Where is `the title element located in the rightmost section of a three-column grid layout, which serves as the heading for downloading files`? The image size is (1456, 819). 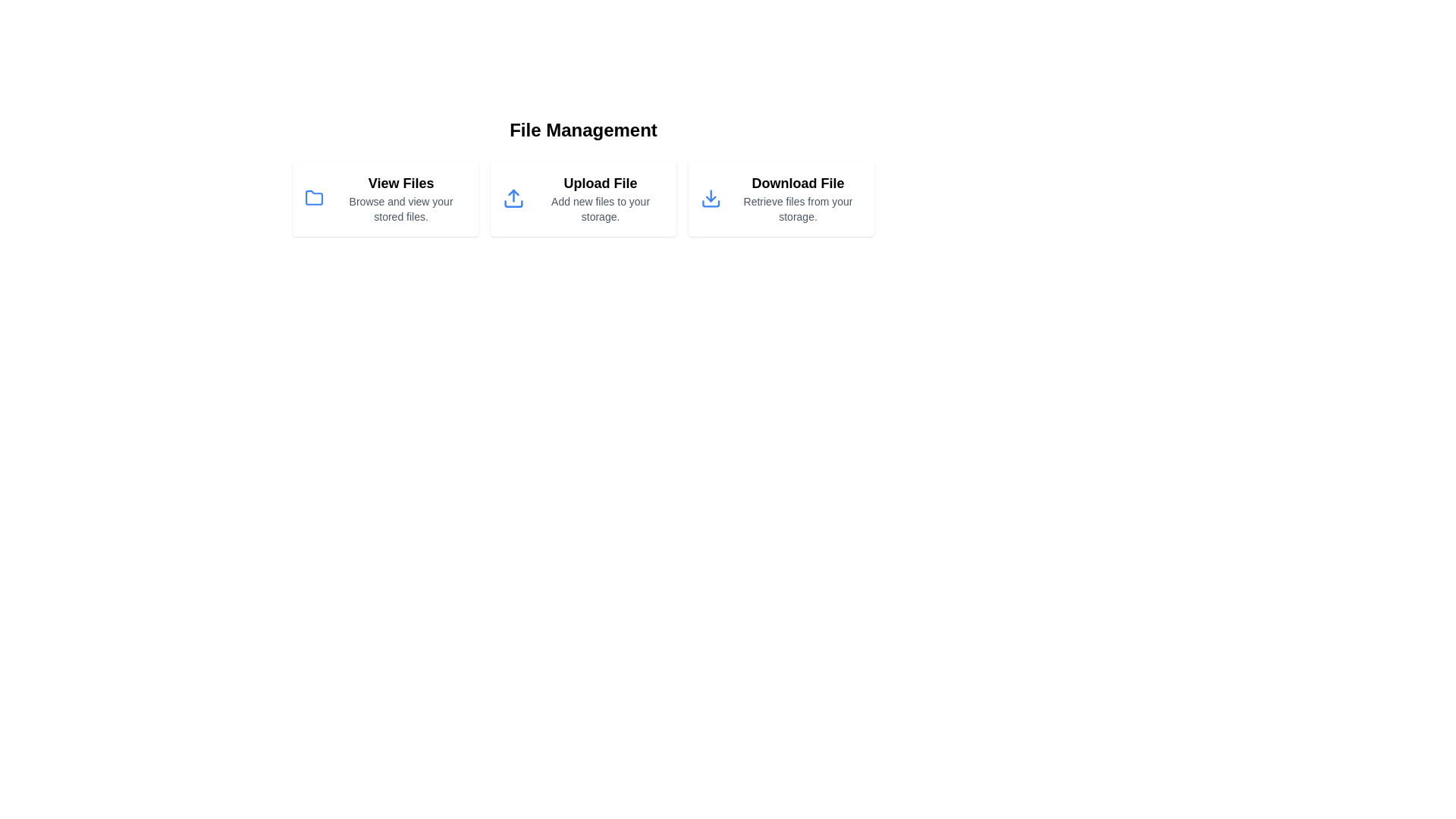 the title element located in the rightmost section of a three-column grid layout, which serves as the heading for downloading files is located at coordinates (797, 183).